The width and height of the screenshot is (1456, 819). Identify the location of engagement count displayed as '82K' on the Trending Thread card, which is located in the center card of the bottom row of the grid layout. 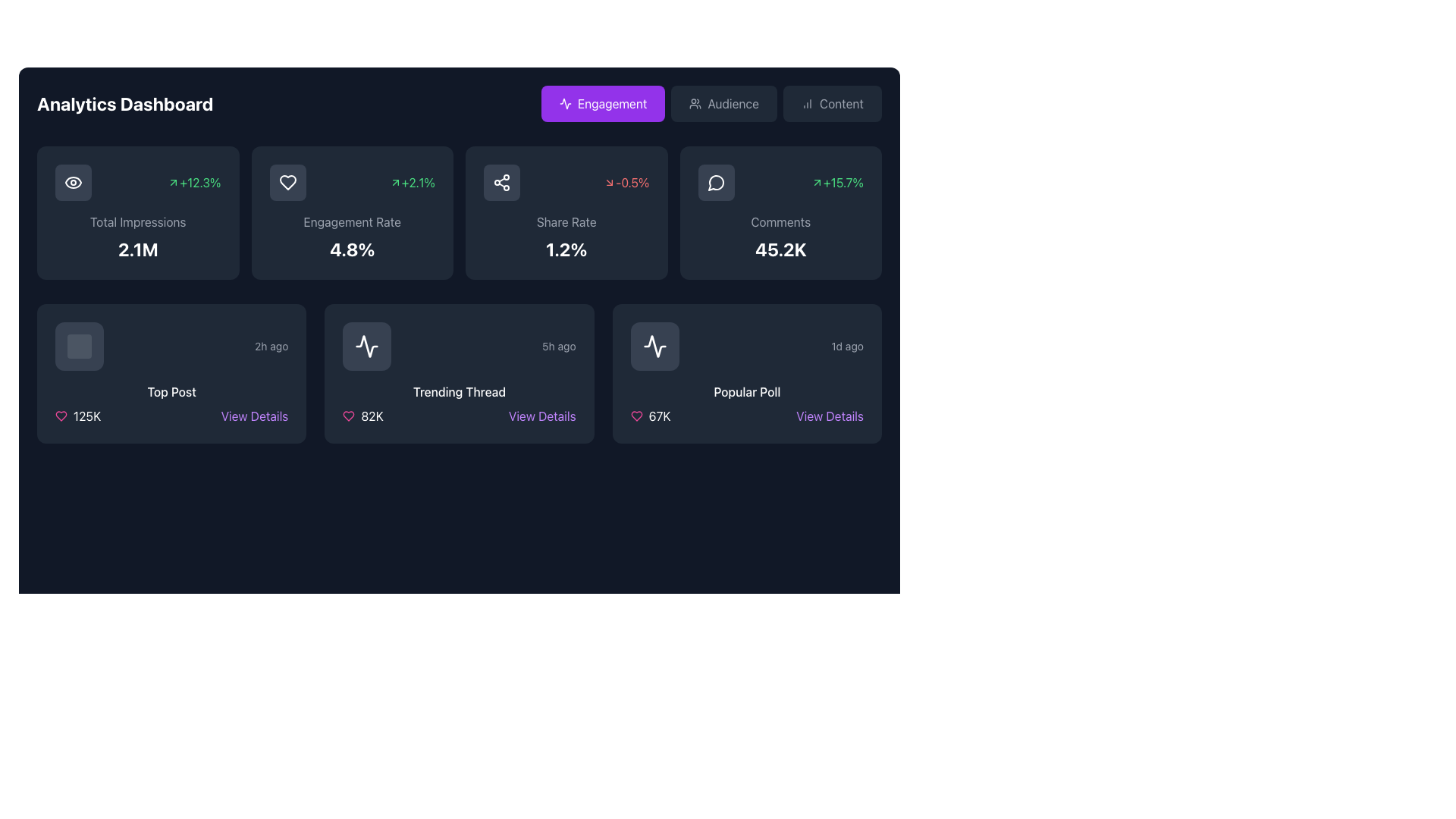
(458, 416).